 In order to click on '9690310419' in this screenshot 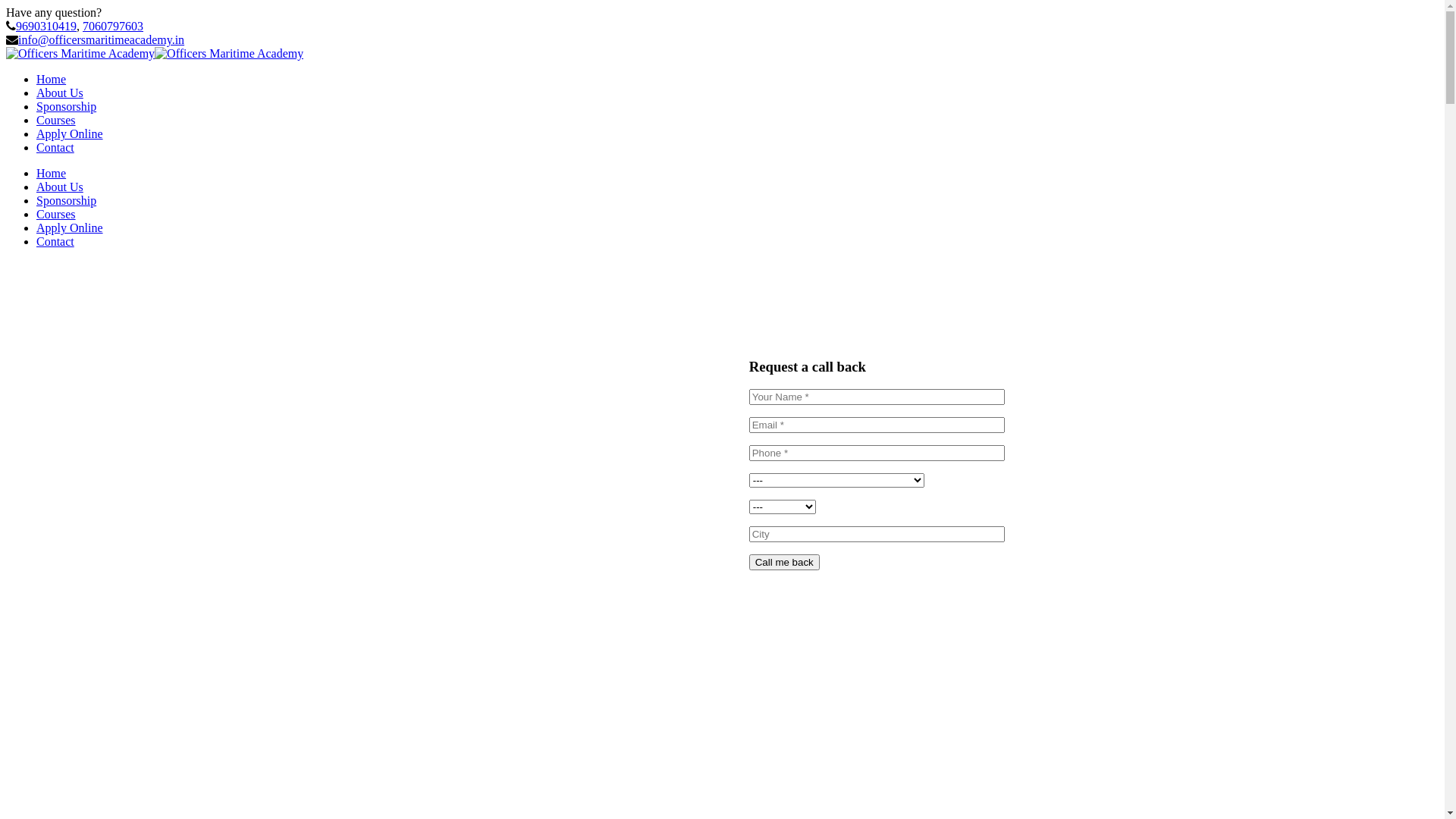, I will do `click(46, 26)`.